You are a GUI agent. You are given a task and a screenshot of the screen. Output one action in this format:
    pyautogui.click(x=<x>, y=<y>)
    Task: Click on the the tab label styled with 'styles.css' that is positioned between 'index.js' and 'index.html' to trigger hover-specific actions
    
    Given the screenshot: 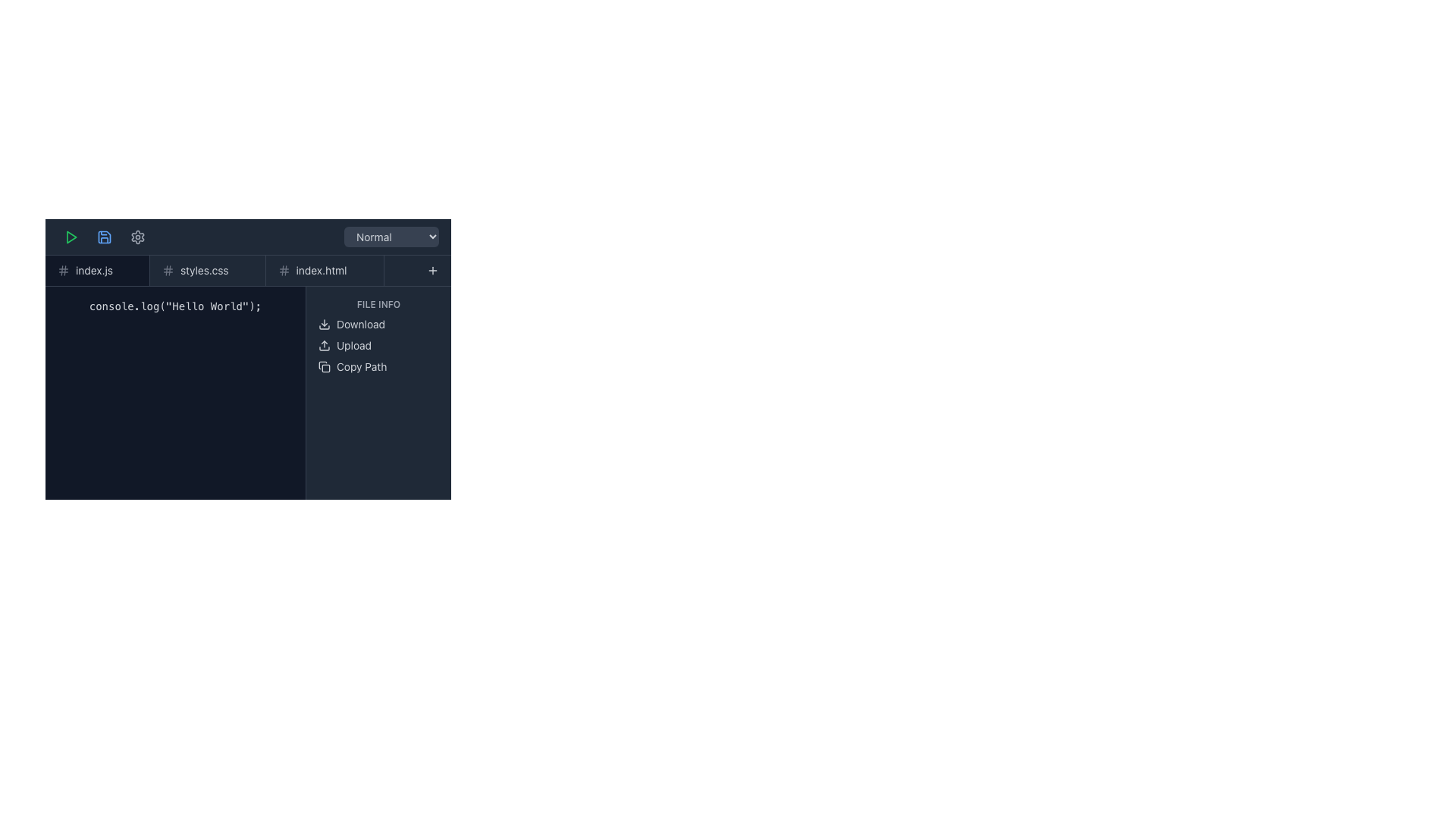 What is the action you would take?
    pyautogui.click(x=207, y=270)
    